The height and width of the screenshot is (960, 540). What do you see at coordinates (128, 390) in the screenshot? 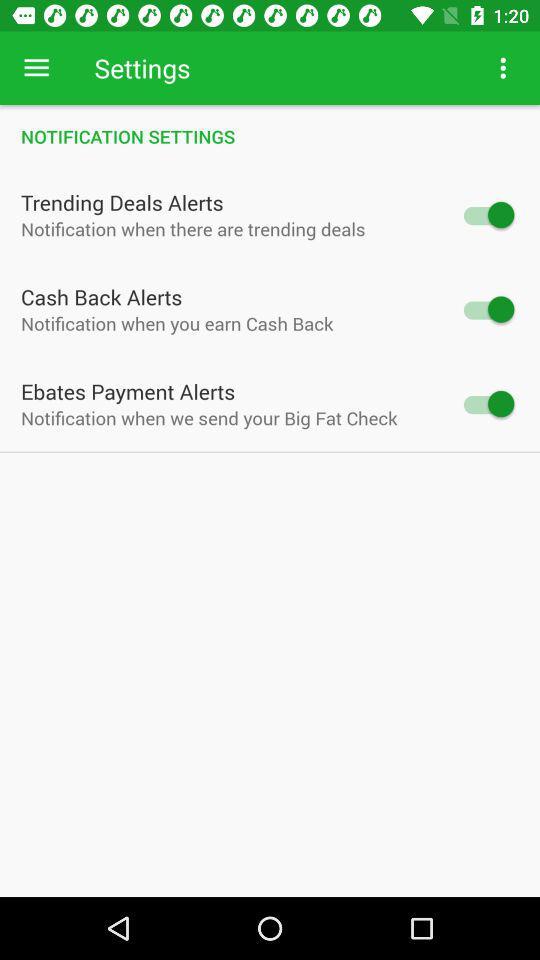
I see `icon above notification when we` at bounding box center [128, 390].